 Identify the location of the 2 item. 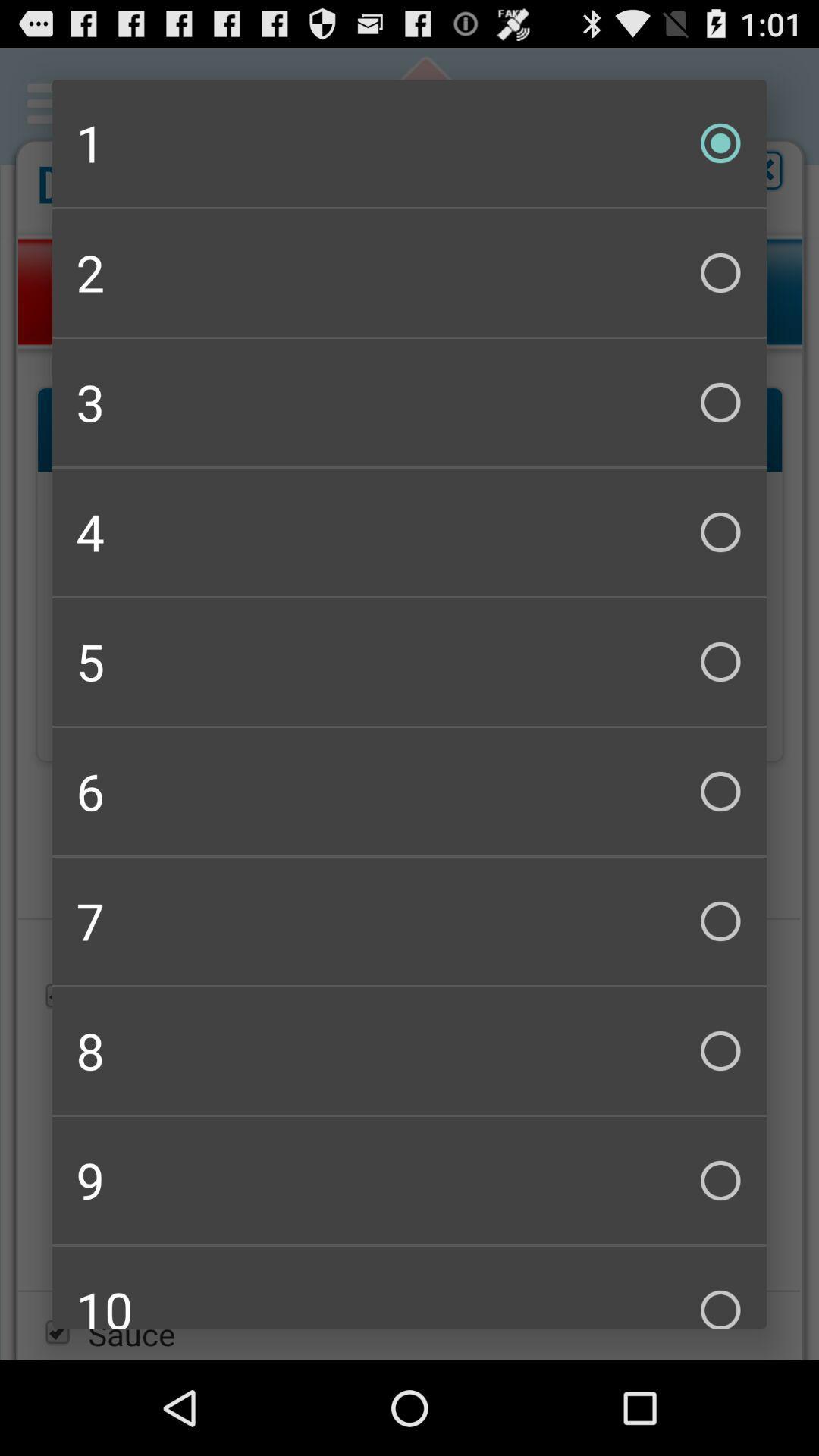
(409, 273).